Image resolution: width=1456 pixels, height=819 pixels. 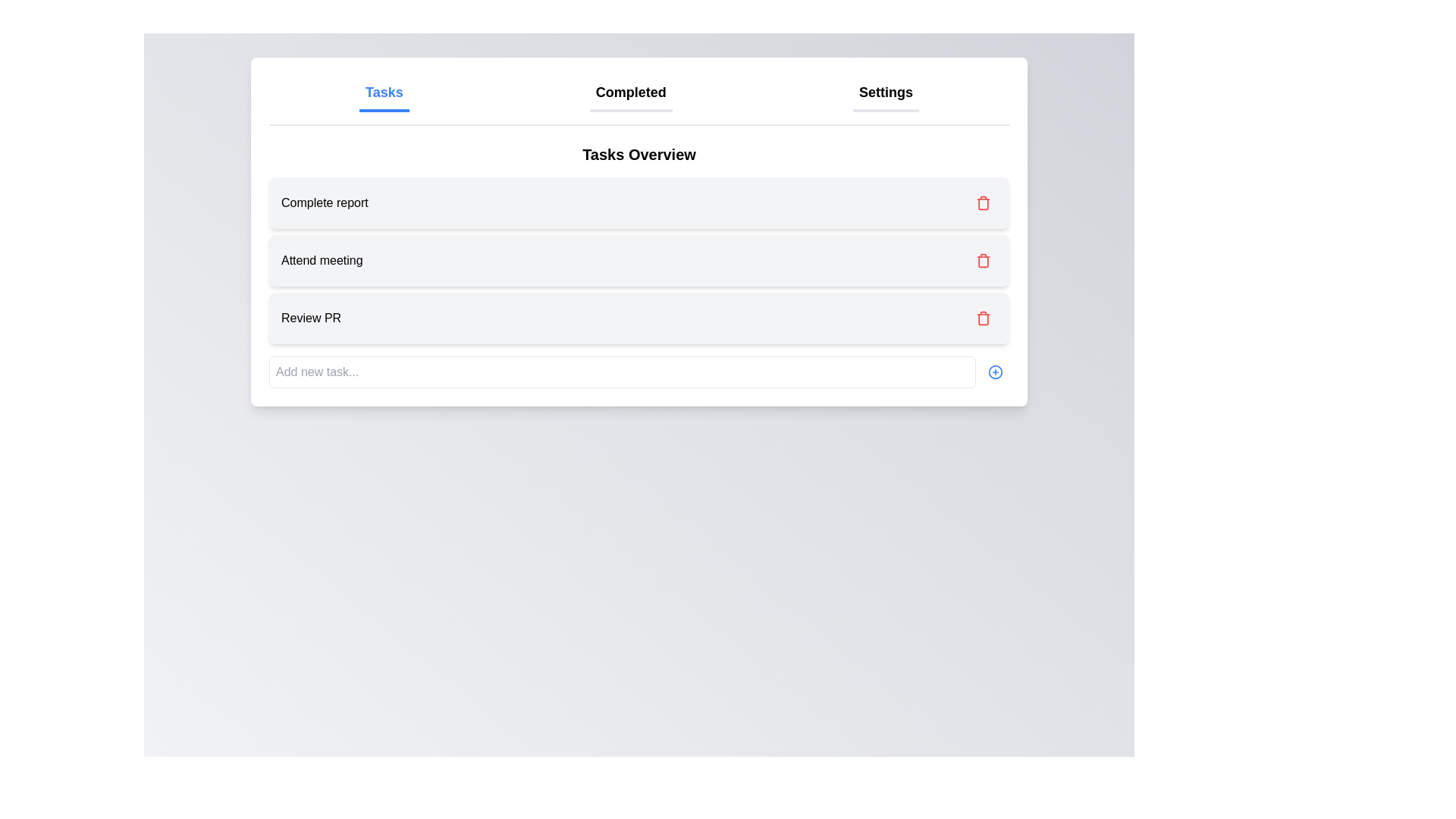 What do you see at coordinates (983, 318) in the screenshot?
I see `the third trash can icon` at bounding box center [983, 318].